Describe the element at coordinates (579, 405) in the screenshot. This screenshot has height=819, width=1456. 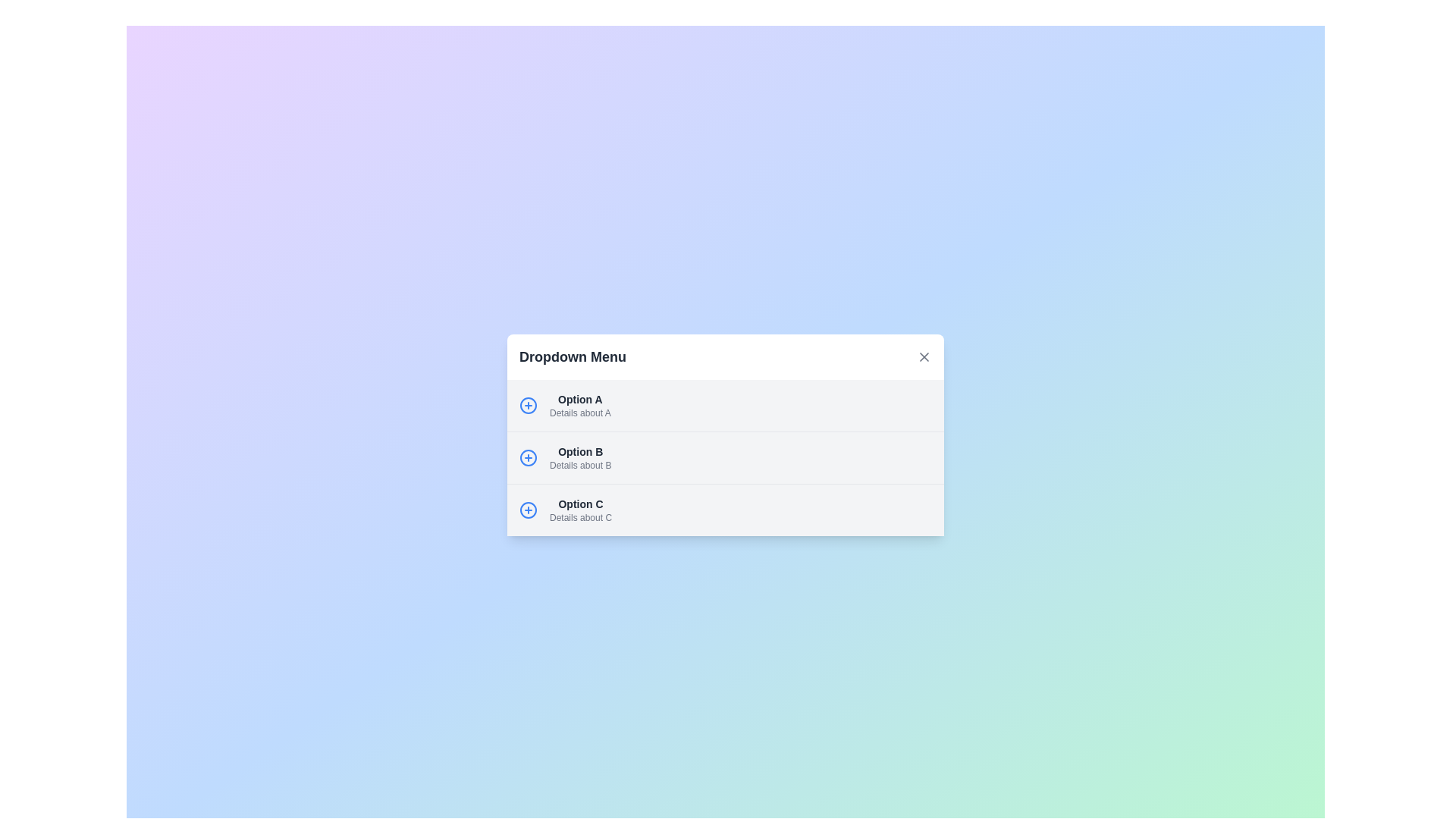
I see `the first selectable option in the dropdown list` at that location.